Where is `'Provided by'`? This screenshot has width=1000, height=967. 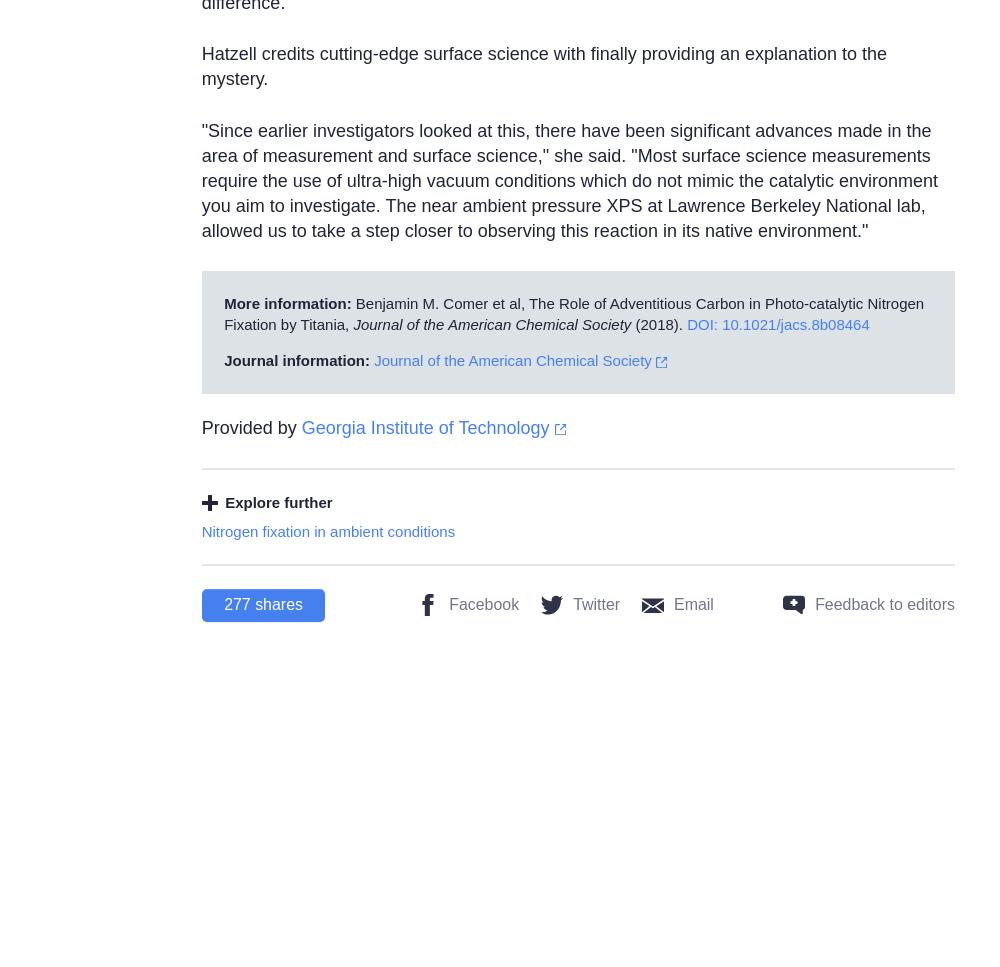 'Provided by' is located at coordinates (251, 426).